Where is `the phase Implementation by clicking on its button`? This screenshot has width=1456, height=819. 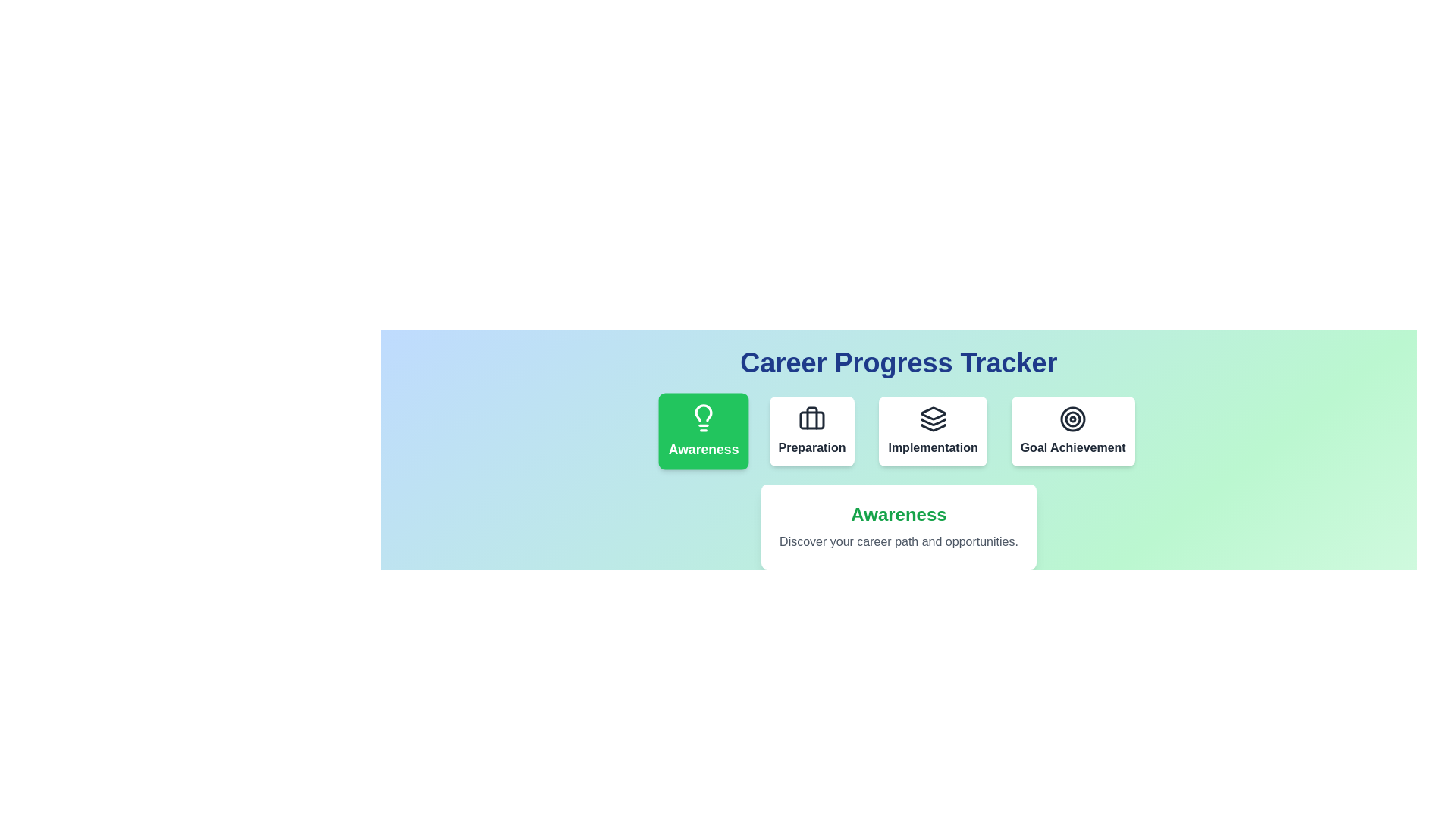 the phase Implementation by clicking on its button is located at coordinates (932, 431).